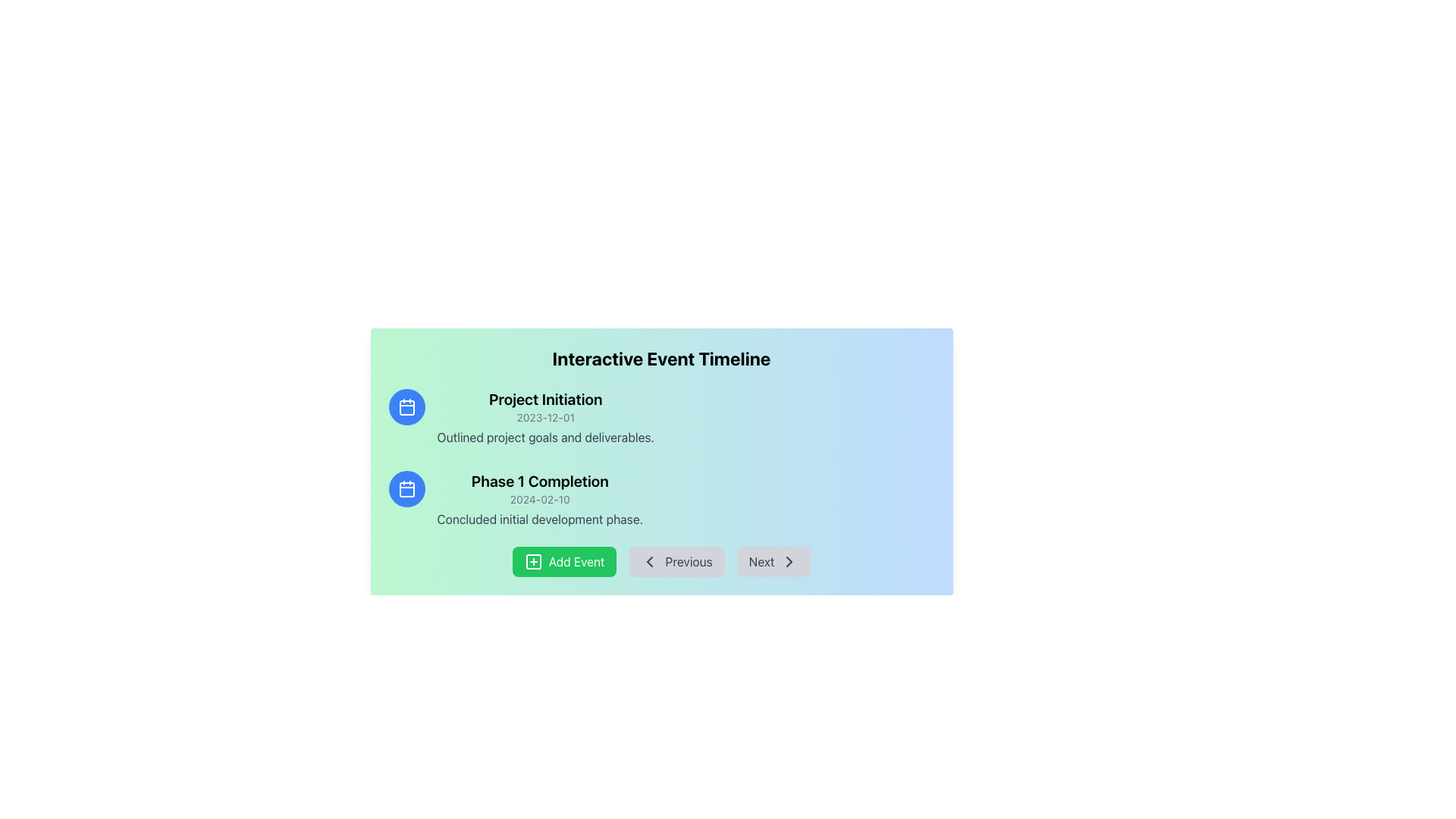 Image resolution: width=1456 pixels, height=819 pixels. Describe the element at coordinates (540, 500) in the screenshot. I see `the text label displaying the date '2024-02-10', which is styled as a timestamp and positioned between 'Phase 1 Completion' and 'Concluded initial development phase'` at that location.